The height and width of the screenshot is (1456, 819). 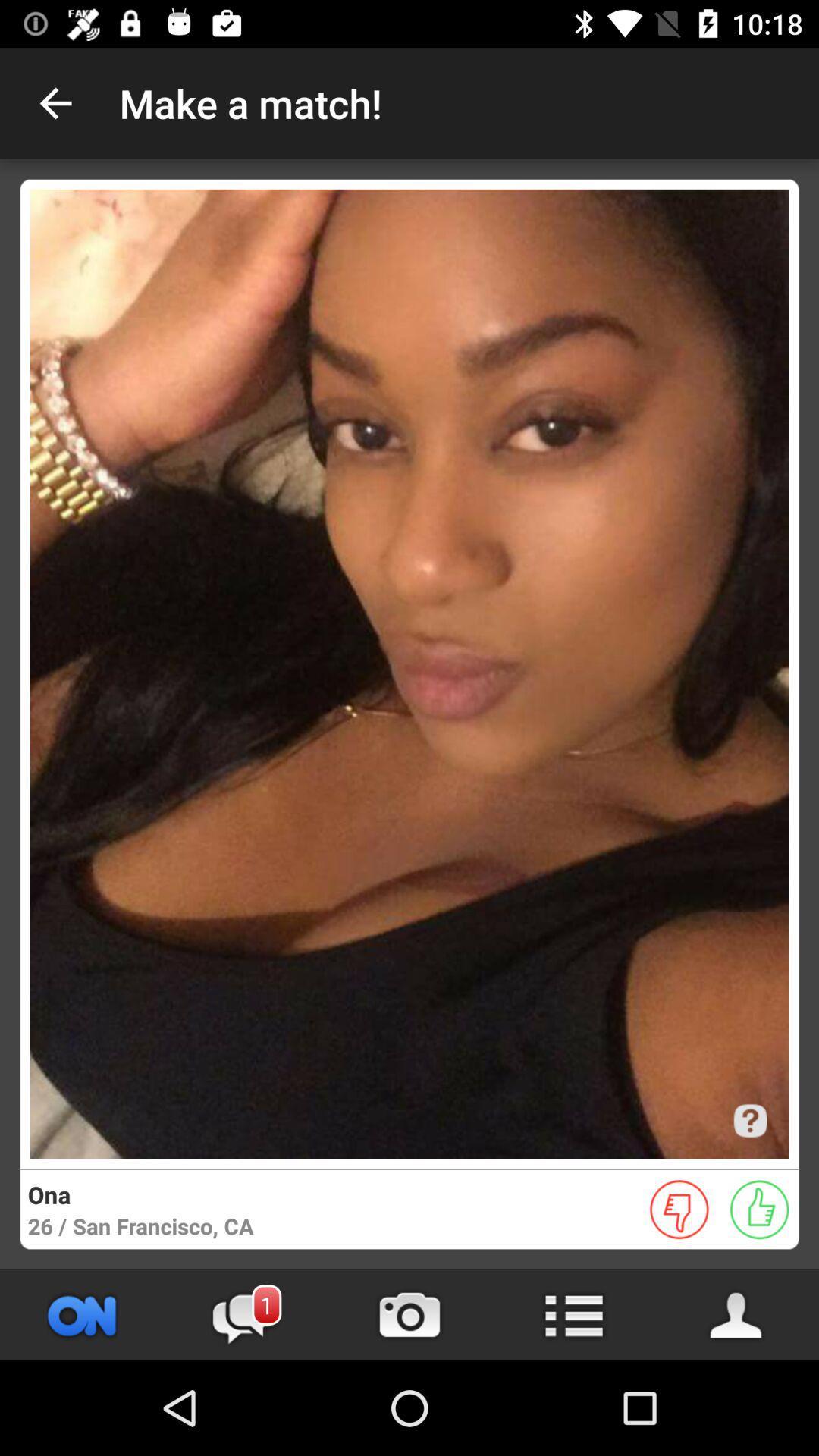 I want to click on the list icon, so click(x=573, y=1314).